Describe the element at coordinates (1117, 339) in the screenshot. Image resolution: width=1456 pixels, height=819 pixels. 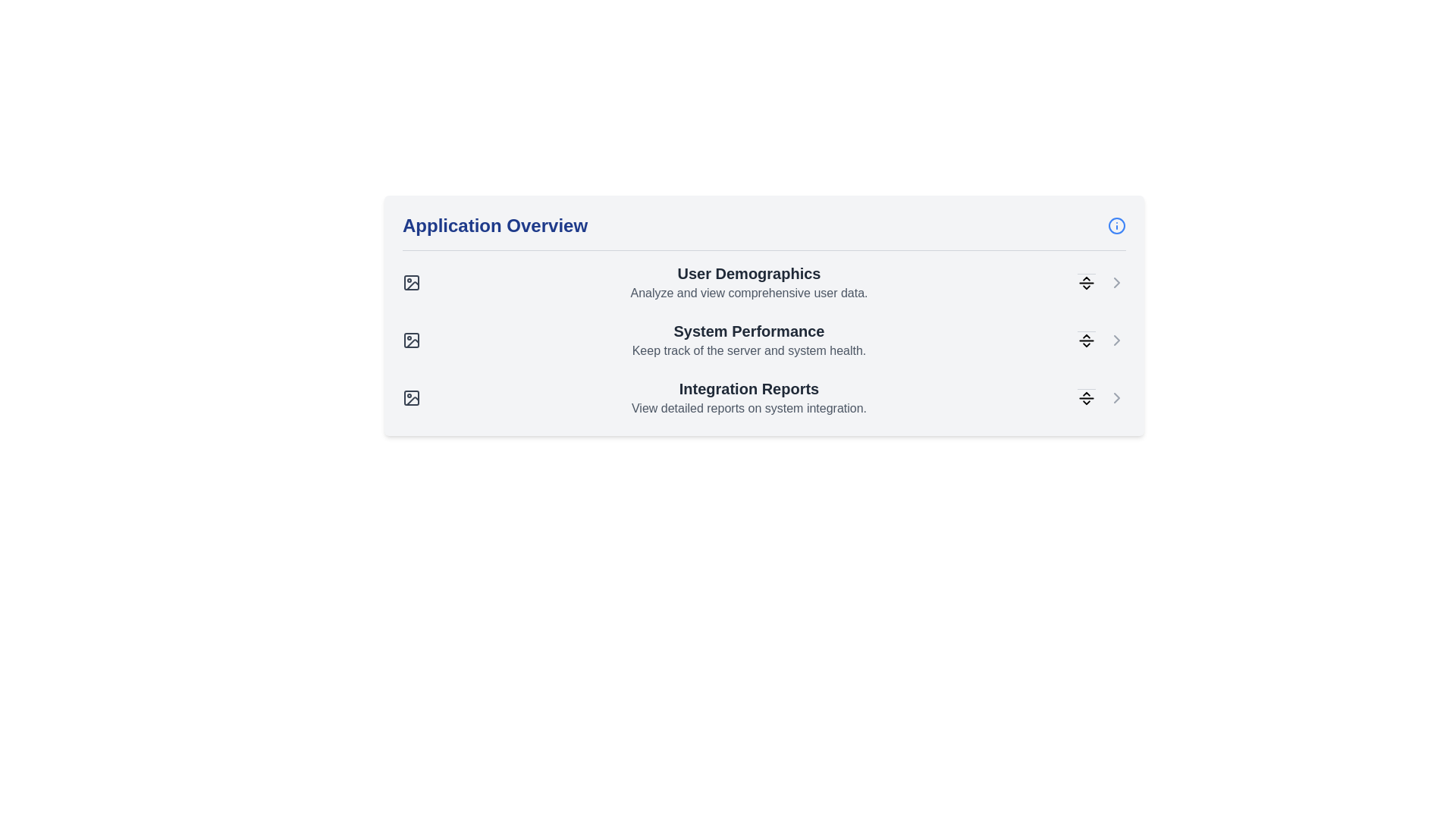
I see `the chevron button located to the far right of the 'System Performance' text` at that location.